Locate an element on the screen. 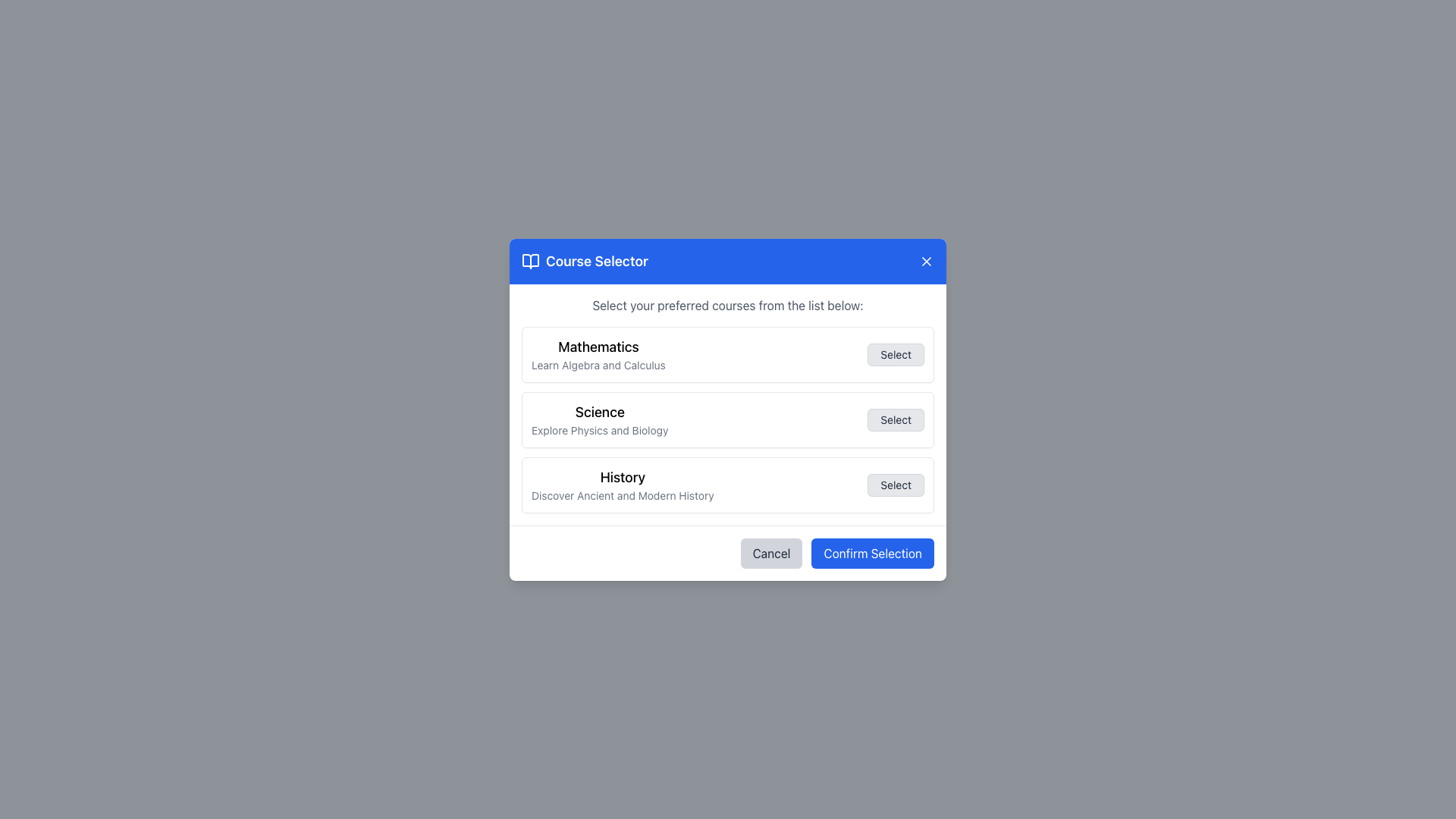 The image size is (1456, 819). the 'Select' button, which is a compact rectangular button with a light gray background and bold black text, positioned to the right of 'Mathematics' and 'Learn Algebra and Calculus' in a modal dialog box is located at coordinates (896, 354).